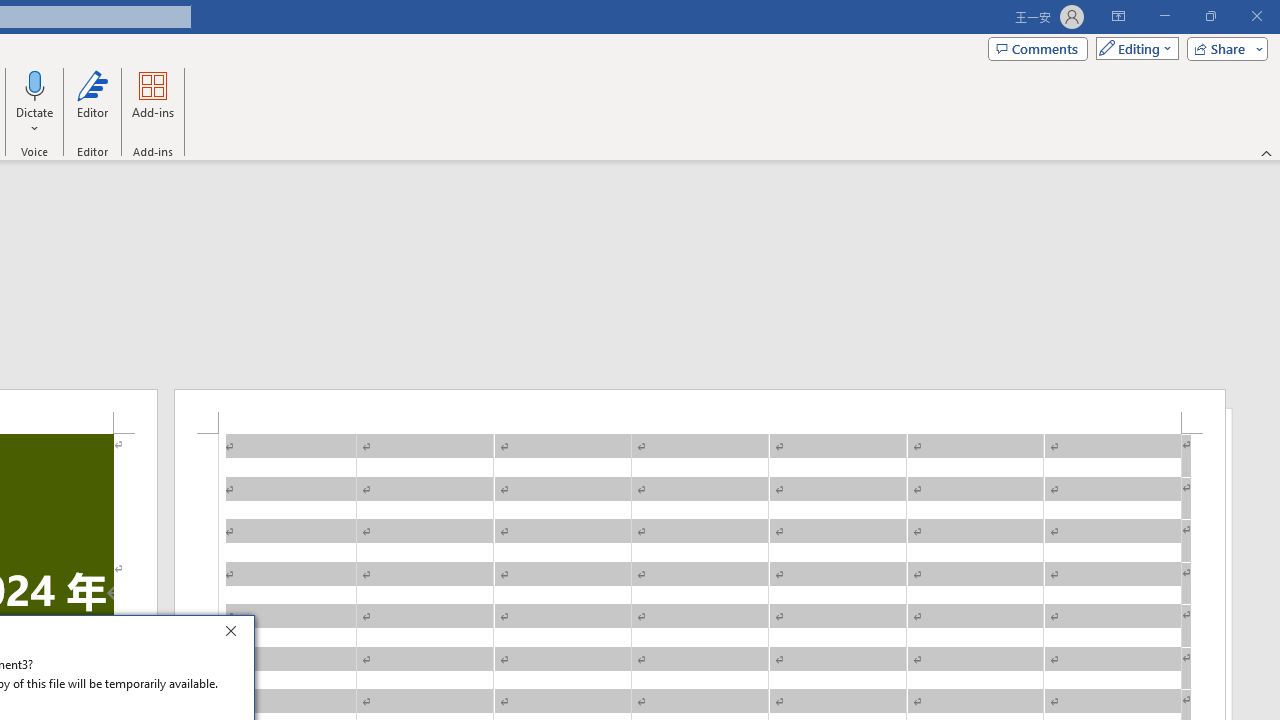 This screenshot has height=720, width=1280. What do you see at coordinates (35, 84) in the screenshot?
I see `'Dictate'` at bounding box center [35, 84].